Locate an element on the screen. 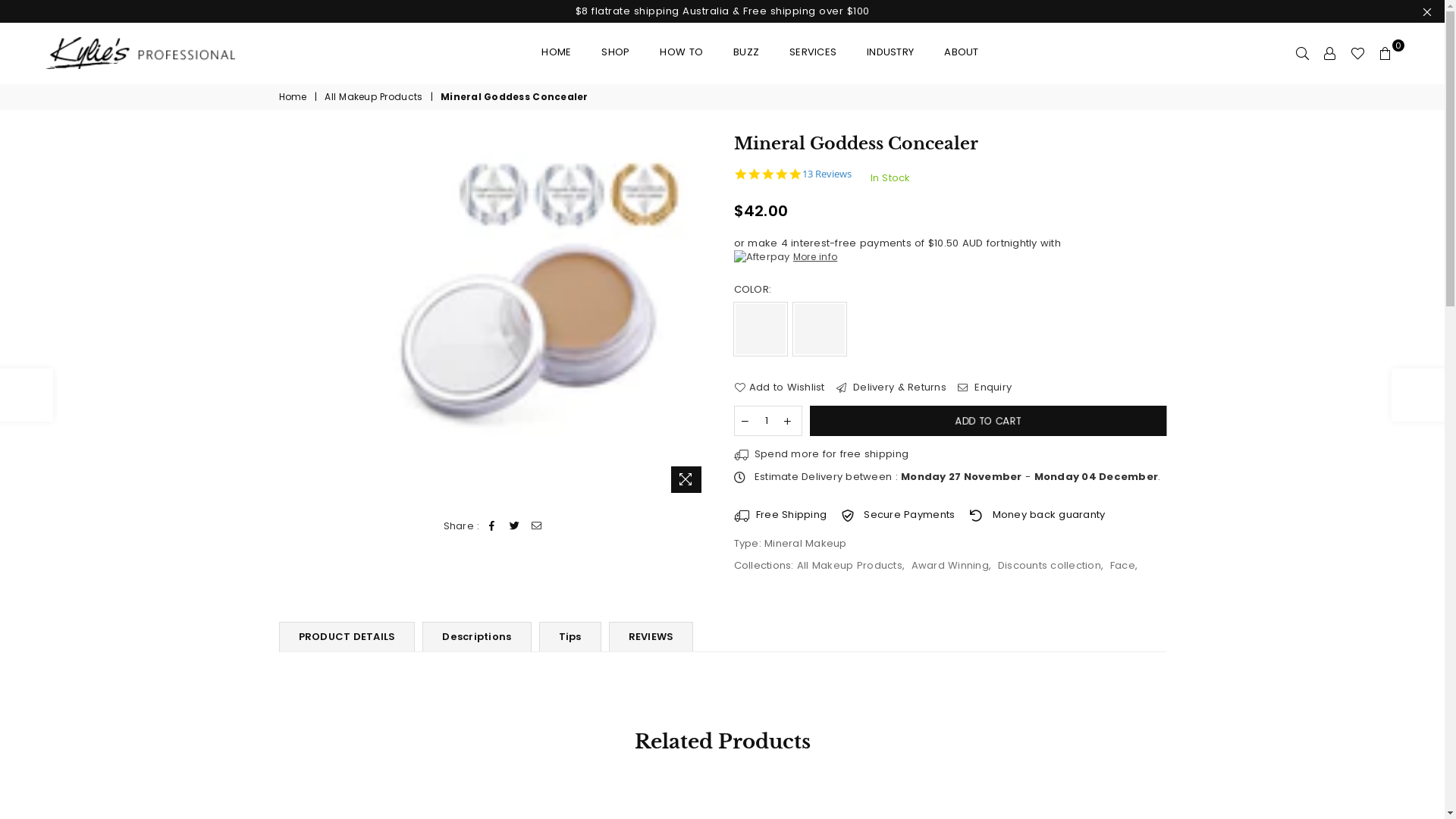 This screenshot has width=1456, height=819. 'Wishlist' is located at coordinates (1357, 52).